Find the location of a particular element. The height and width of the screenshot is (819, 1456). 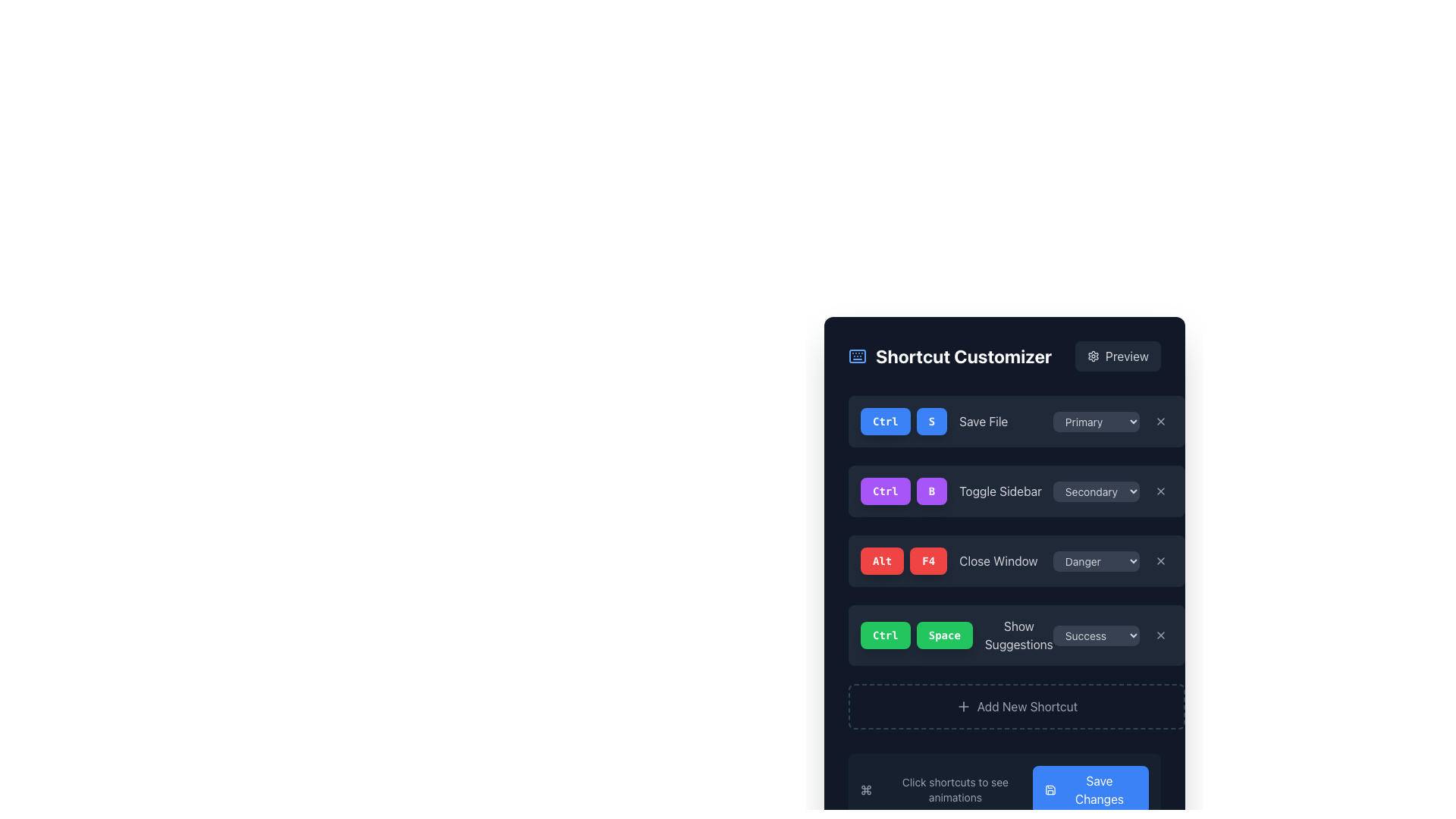

the composite component representing the keyboard shortcut 'Ctrl + B' is located at coordinates (903, 491).